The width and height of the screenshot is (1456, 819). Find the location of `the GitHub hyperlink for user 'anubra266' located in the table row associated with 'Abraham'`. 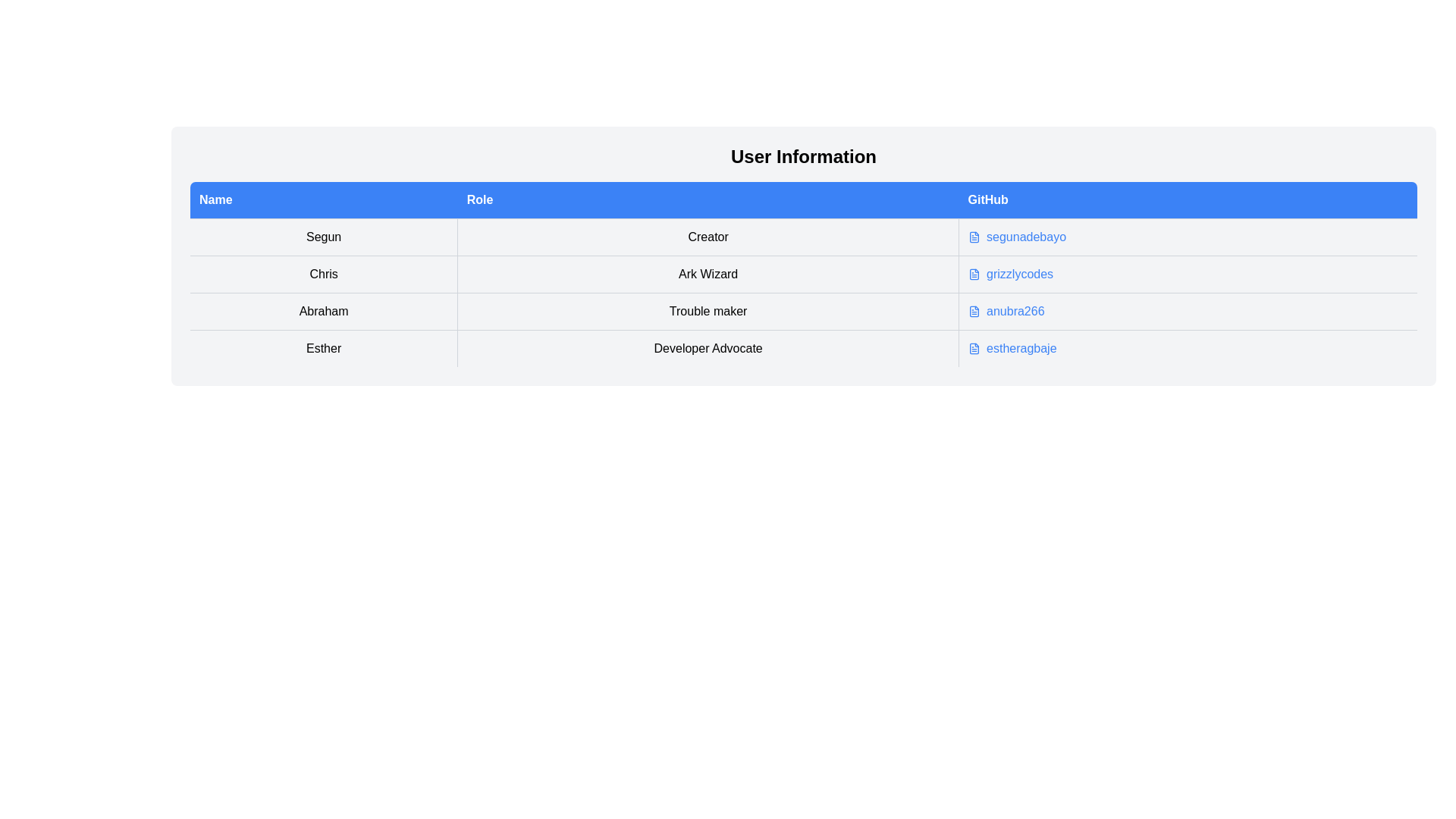

the GitHub hyperlink for user 'anubra266' located in the table row associated with 'Abraham' is located at coordinates (1188, 311).